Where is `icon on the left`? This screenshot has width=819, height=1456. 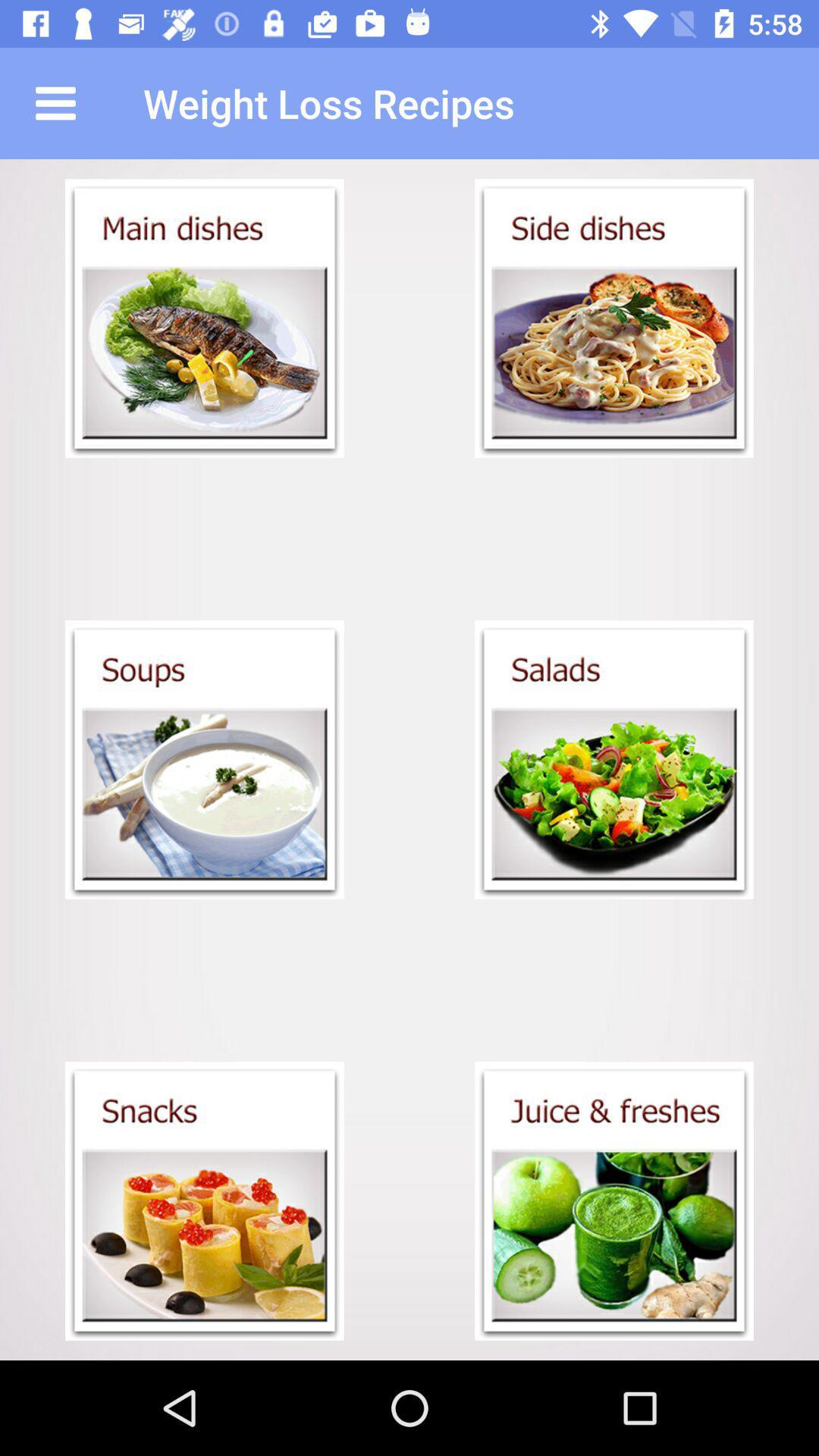 icon on the left is located at coordinates (205, 760).